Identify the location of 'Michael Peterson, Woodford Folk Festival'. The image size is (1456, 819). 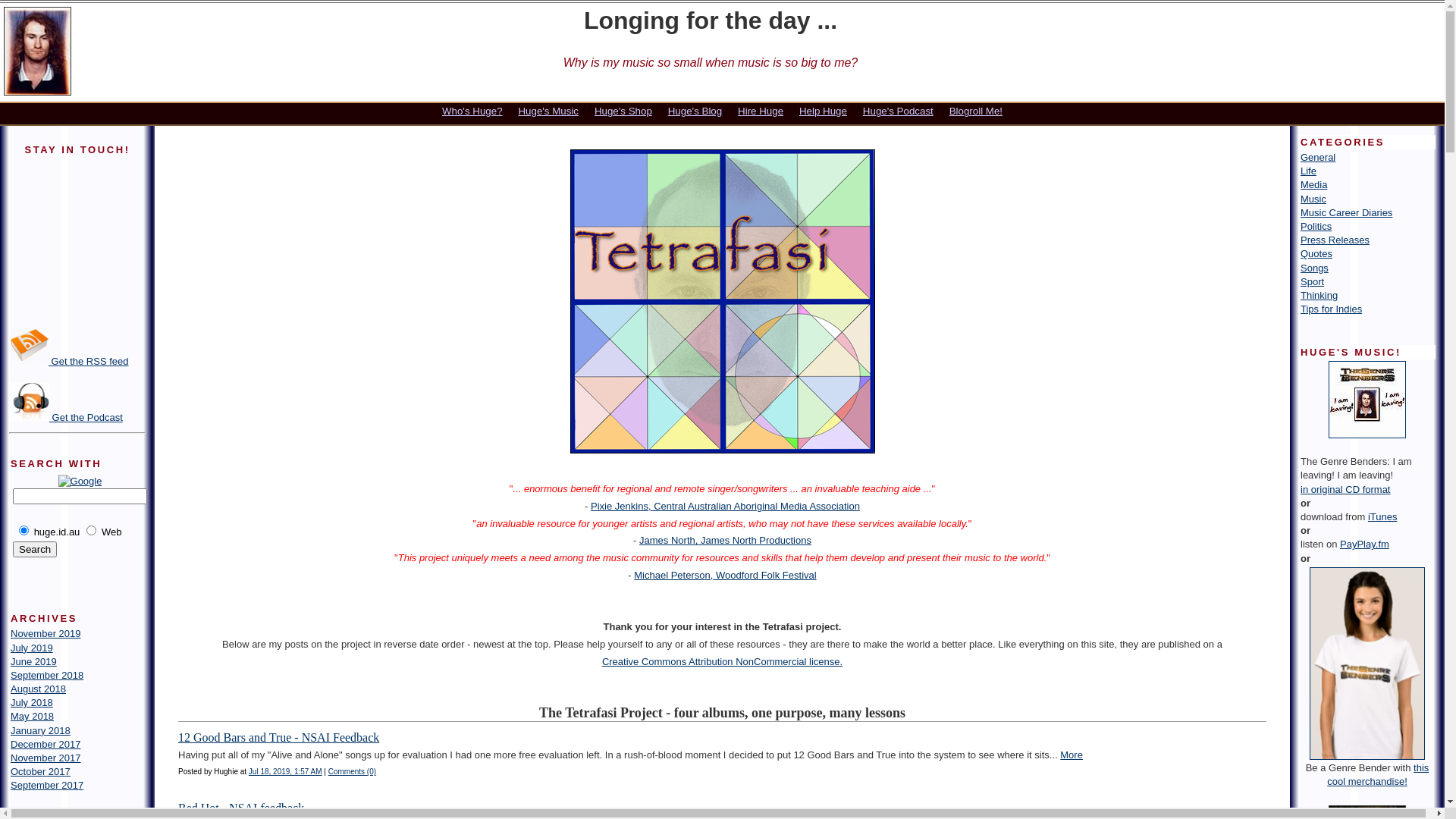
(633, 575).